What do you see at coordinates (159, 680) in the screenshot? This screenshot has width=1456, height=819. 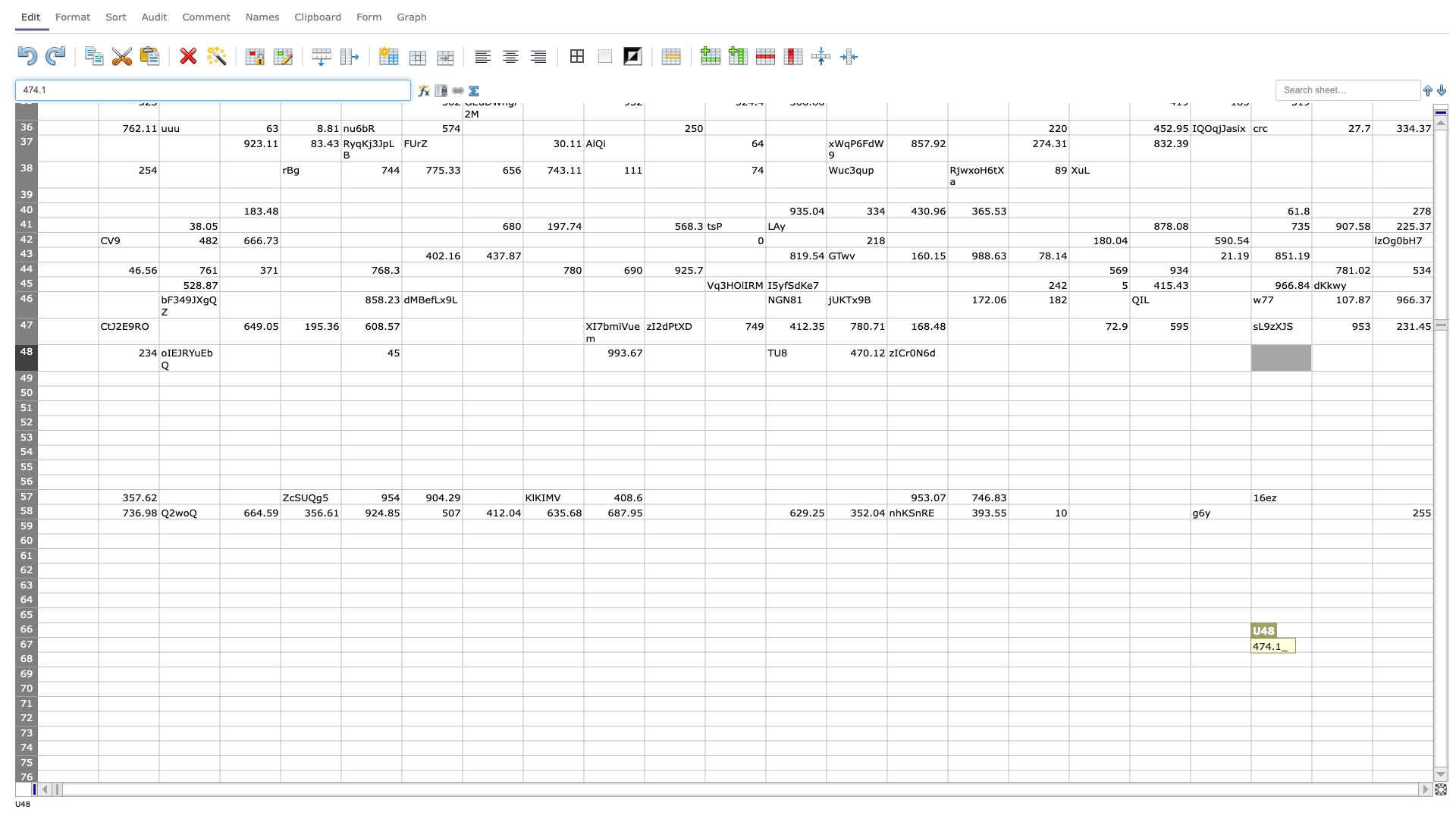 I see `Bottom right corner of cell B-69` at bounding box center [159, 680].